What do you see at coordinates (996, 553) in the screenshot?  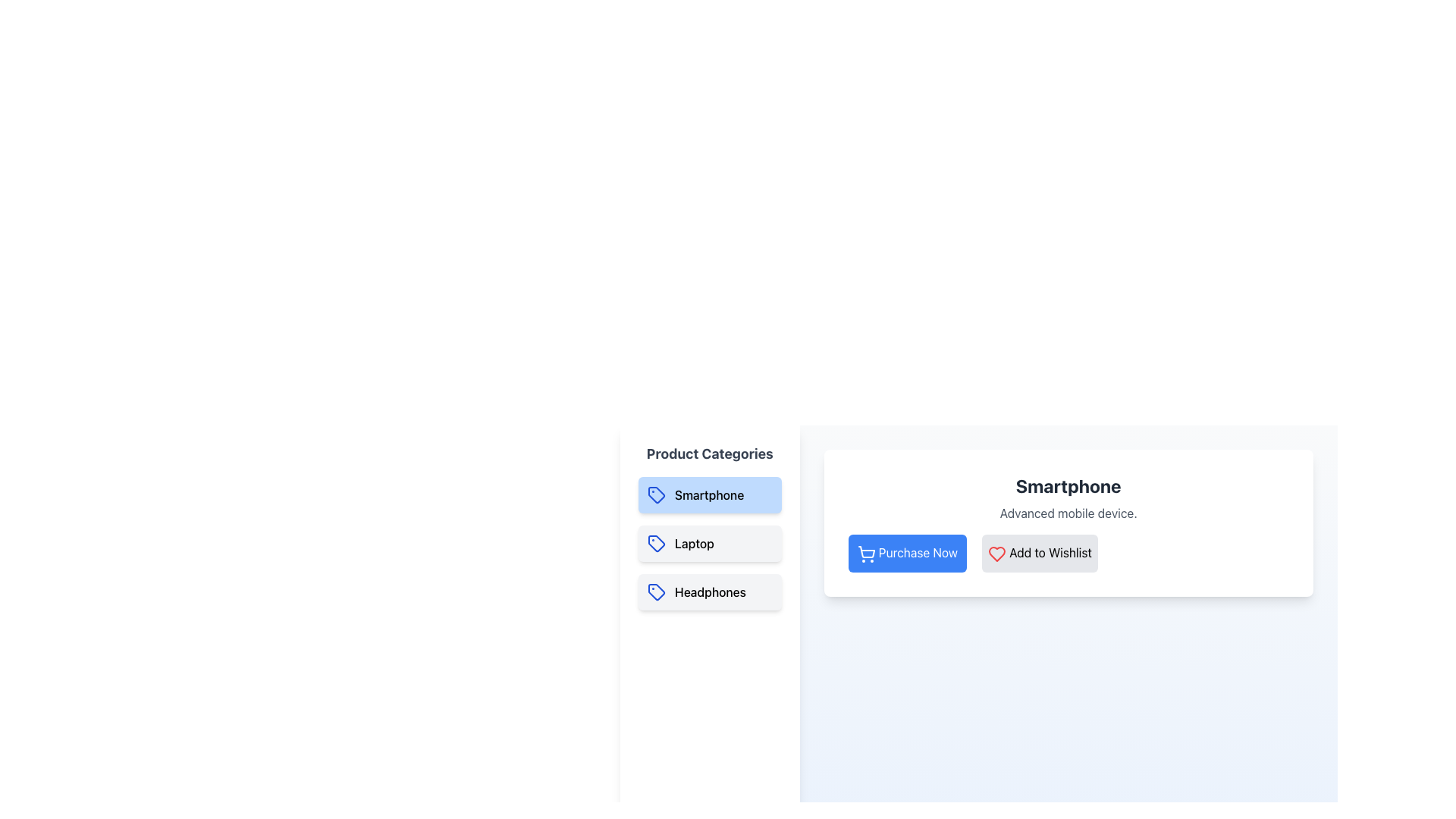 I see `the heart-shaped icon of the 'Add to Wishlist' button` at bounding box center [996, 553].